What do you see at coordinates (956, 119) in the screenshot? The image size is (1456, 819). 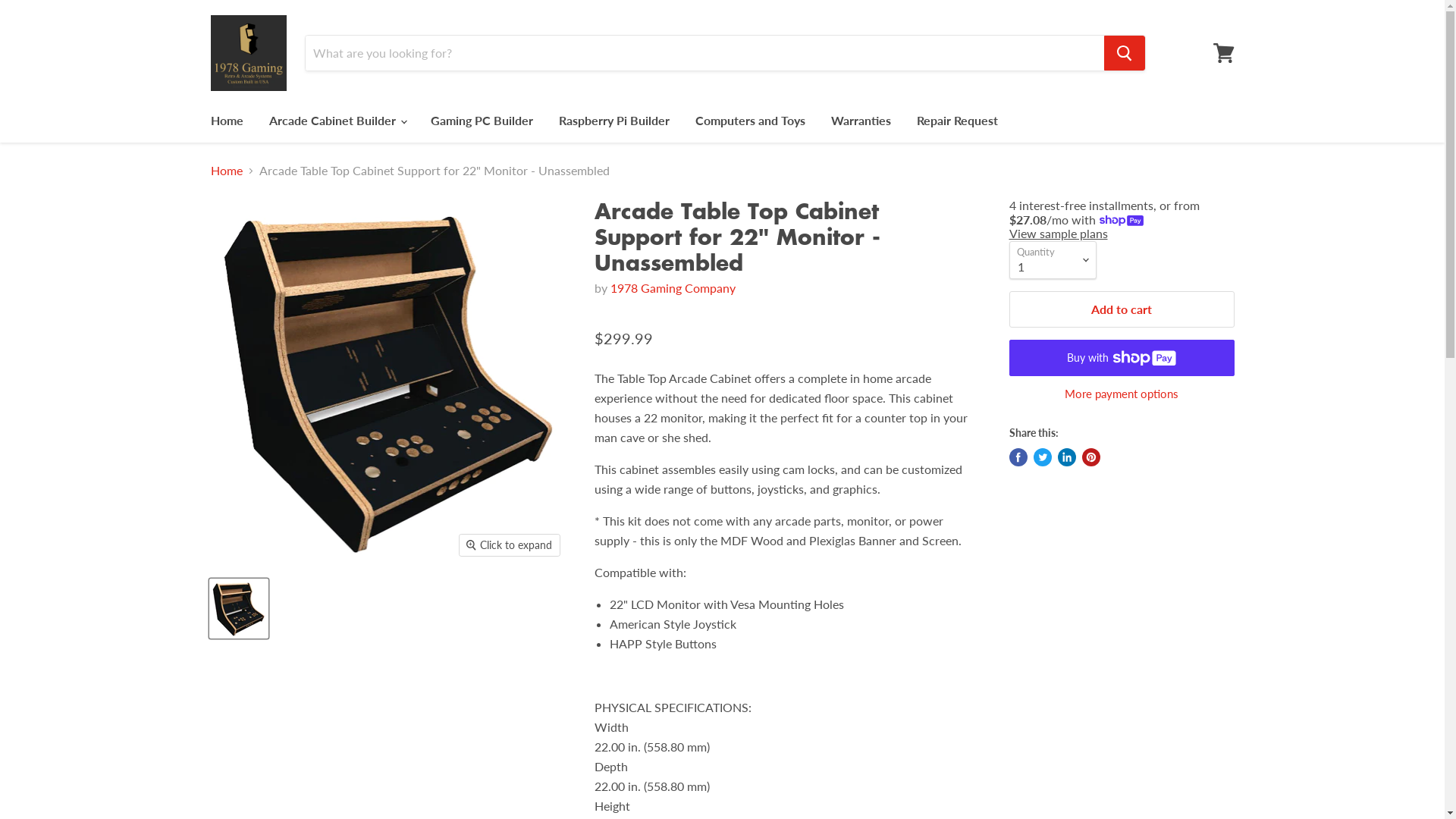 I see `'Repair Request'` at bounding box center [956, 119].